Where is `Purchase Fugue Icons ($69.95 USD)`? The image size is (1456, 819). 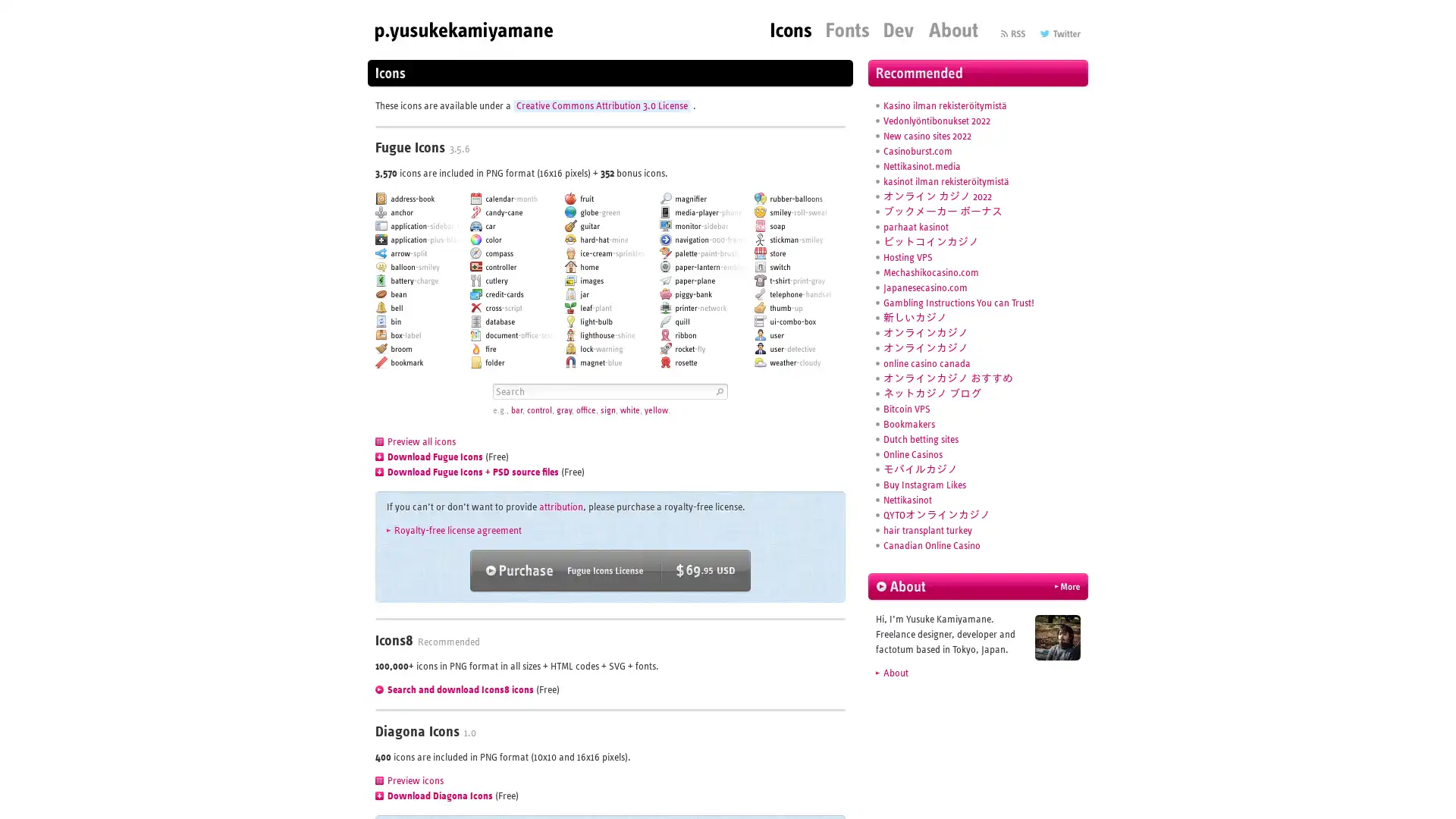
Purchase Fugue Icons ($69.95 USD) is located at coordinates (610, 570).